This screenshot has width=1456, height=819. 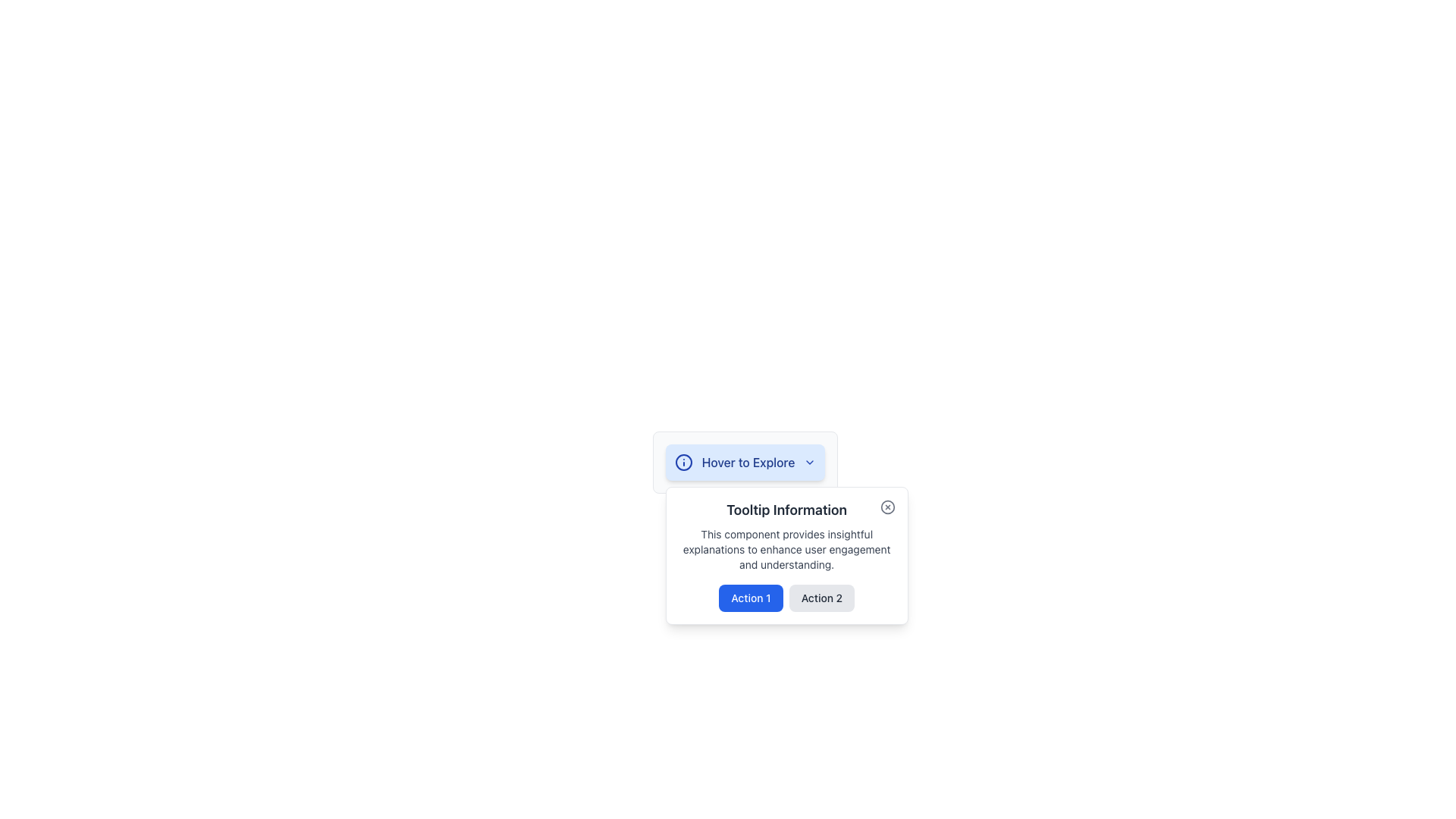 I want to click on the text display element that provides descriptive information within the 'Tooltip Information' section, located between the header and the buttons labeled 'Action 1' and 'Action 2', so click(x=786, y=550).